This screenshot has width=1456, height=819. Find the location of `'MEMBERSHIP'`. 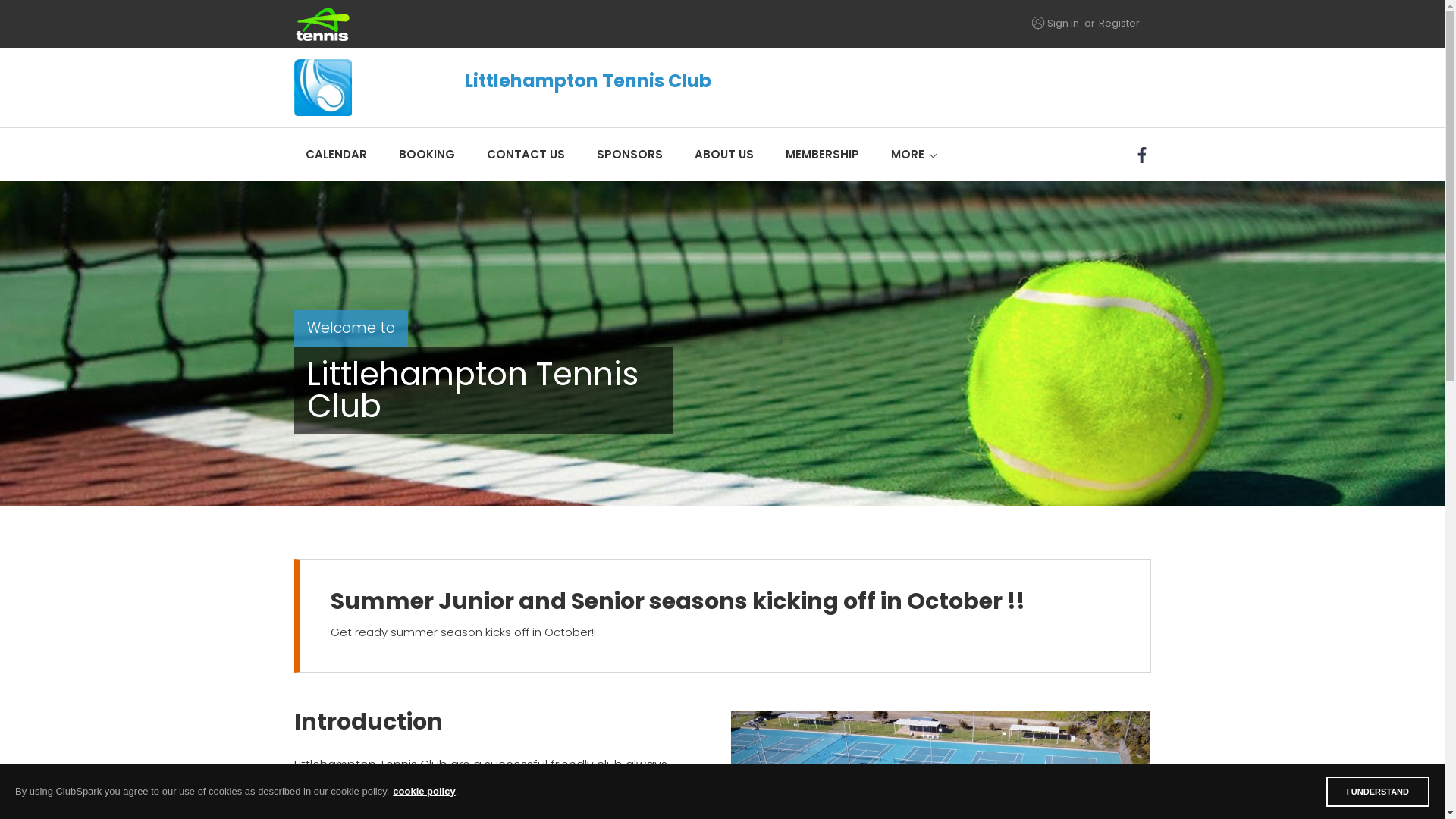

'MEMBERSHIP' is located at coordinates (821, 155).